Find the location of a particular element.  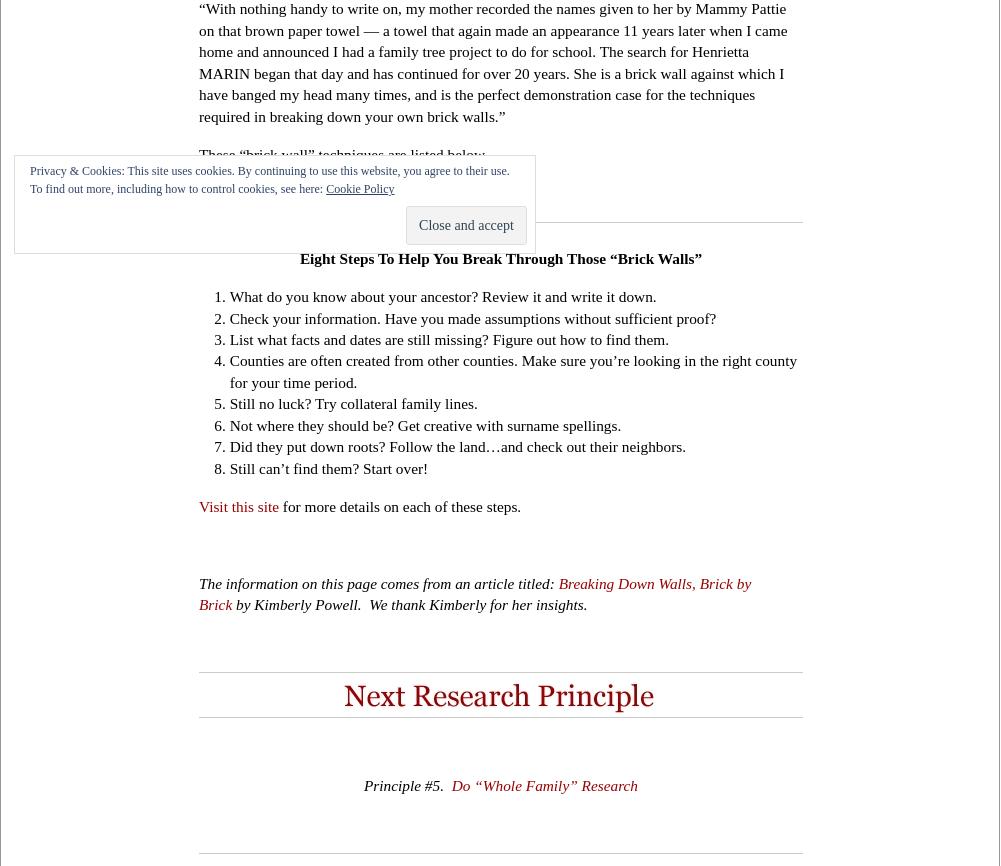

'Still no luck? Try collateral family lines.' is located at coordinates (352, 402).